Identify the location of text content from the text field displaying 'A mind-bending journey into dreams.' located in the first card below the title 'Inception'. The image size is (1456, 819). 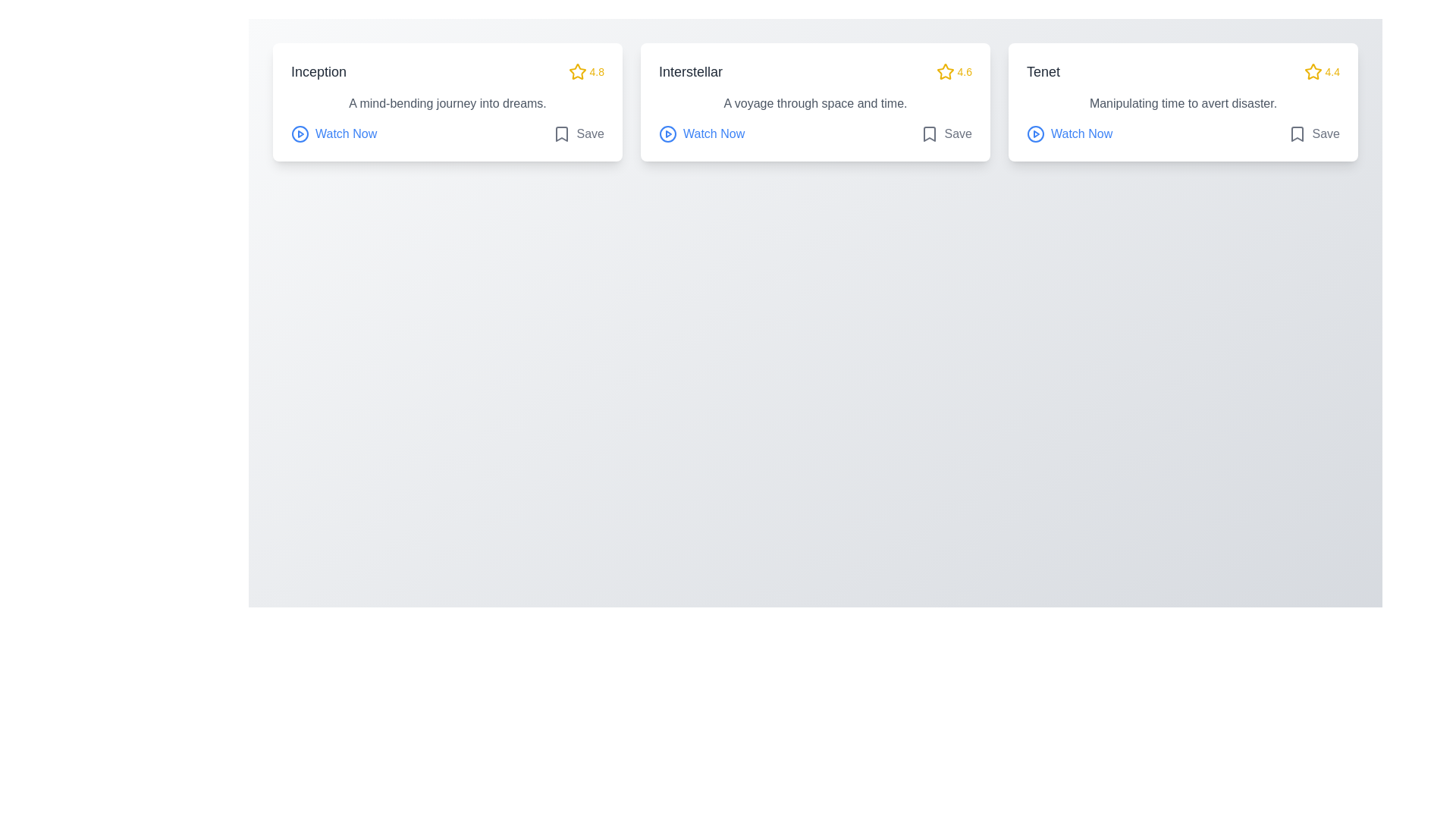
(447, 103).